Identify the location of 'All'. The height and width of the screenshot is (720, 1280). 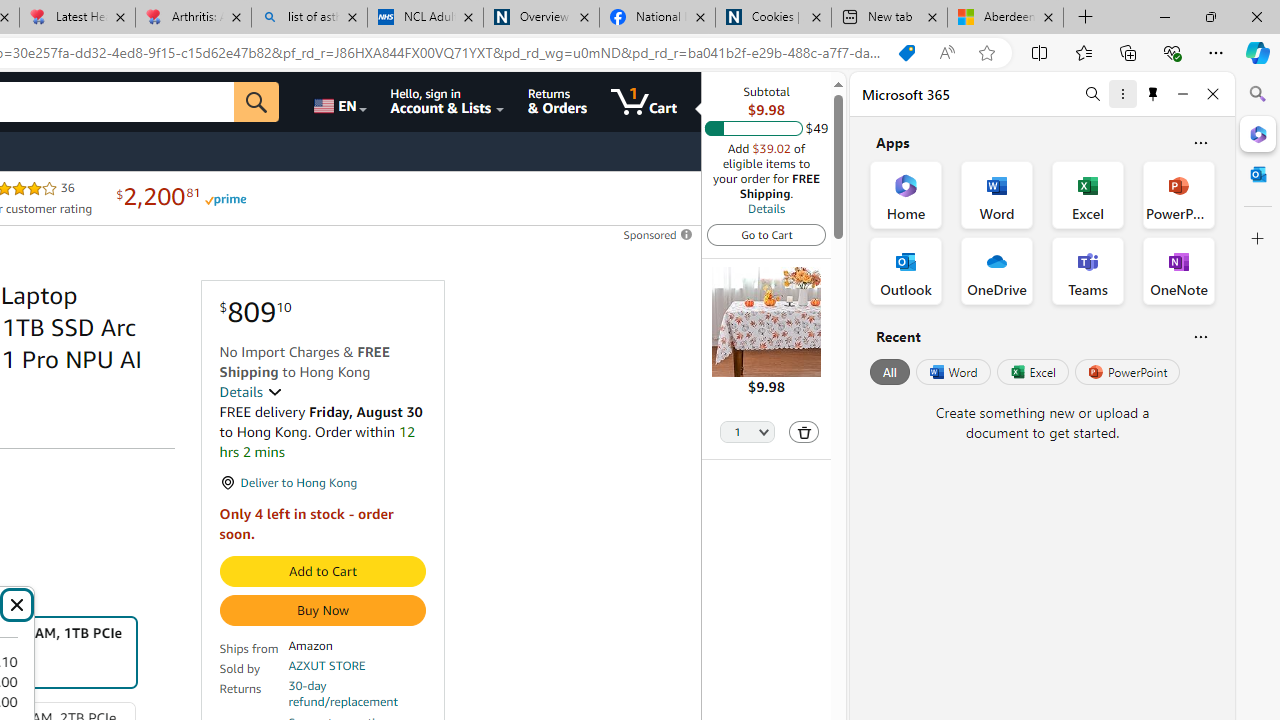
(889, 372).